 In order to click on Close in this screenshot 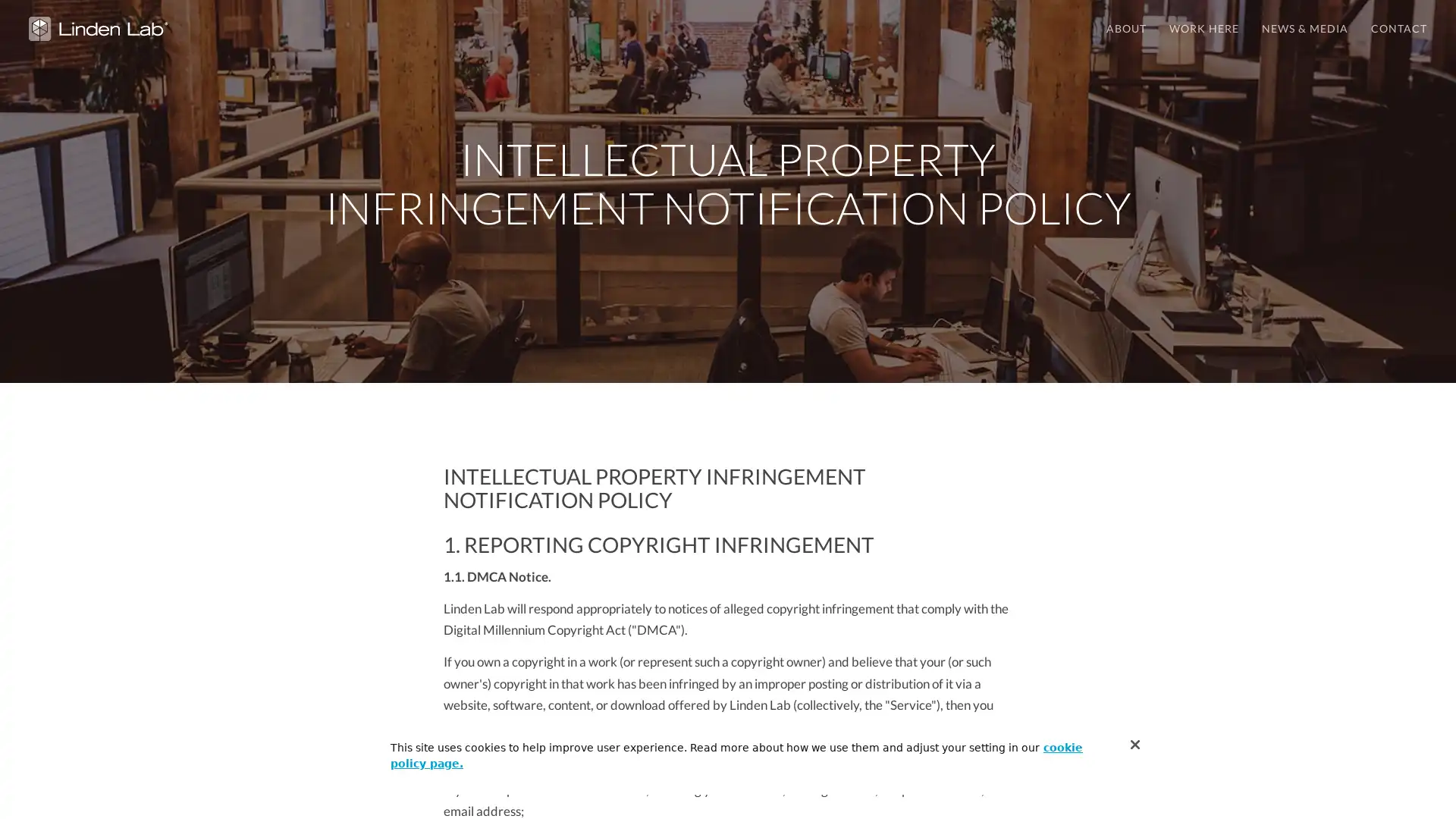, I will do `click(1135, 744)`.